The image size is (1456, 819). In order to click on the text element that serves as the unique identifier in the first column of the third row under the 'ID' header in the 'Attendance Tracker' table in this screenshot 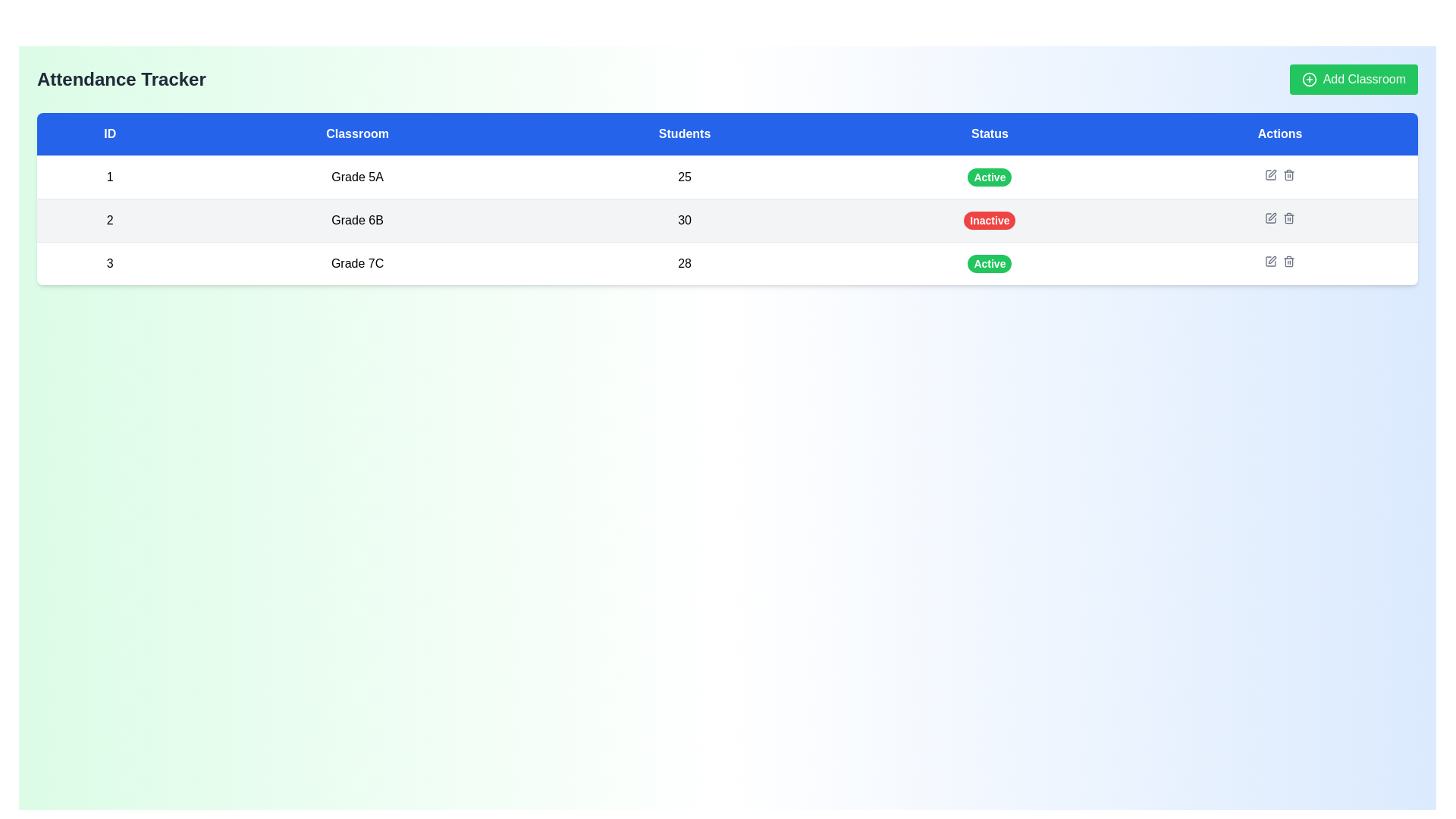, I will do `click(109, 262)`.